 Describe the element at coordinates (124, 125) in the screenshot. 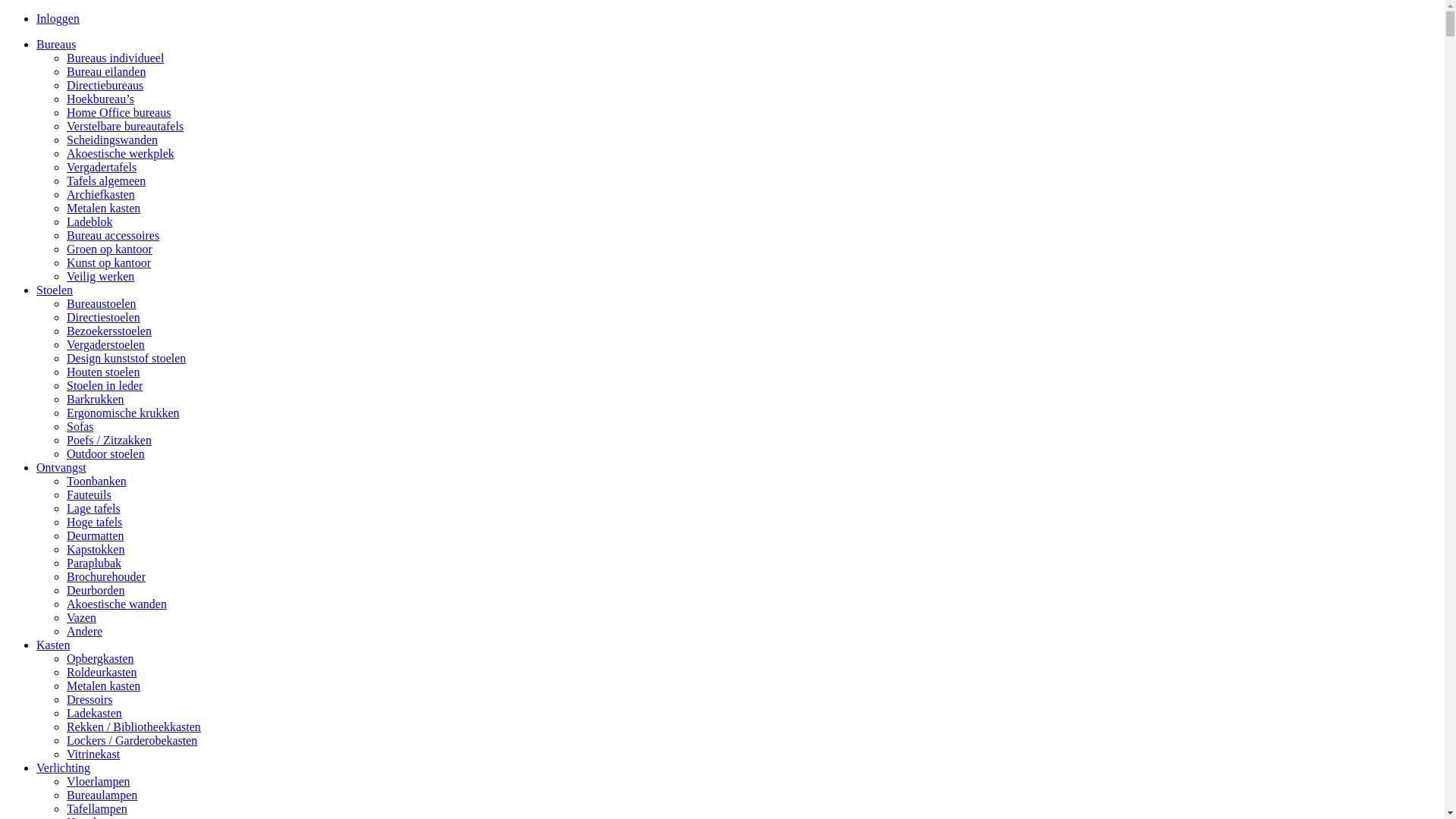

I see `'Verstelbare bureautafels'` at that location.